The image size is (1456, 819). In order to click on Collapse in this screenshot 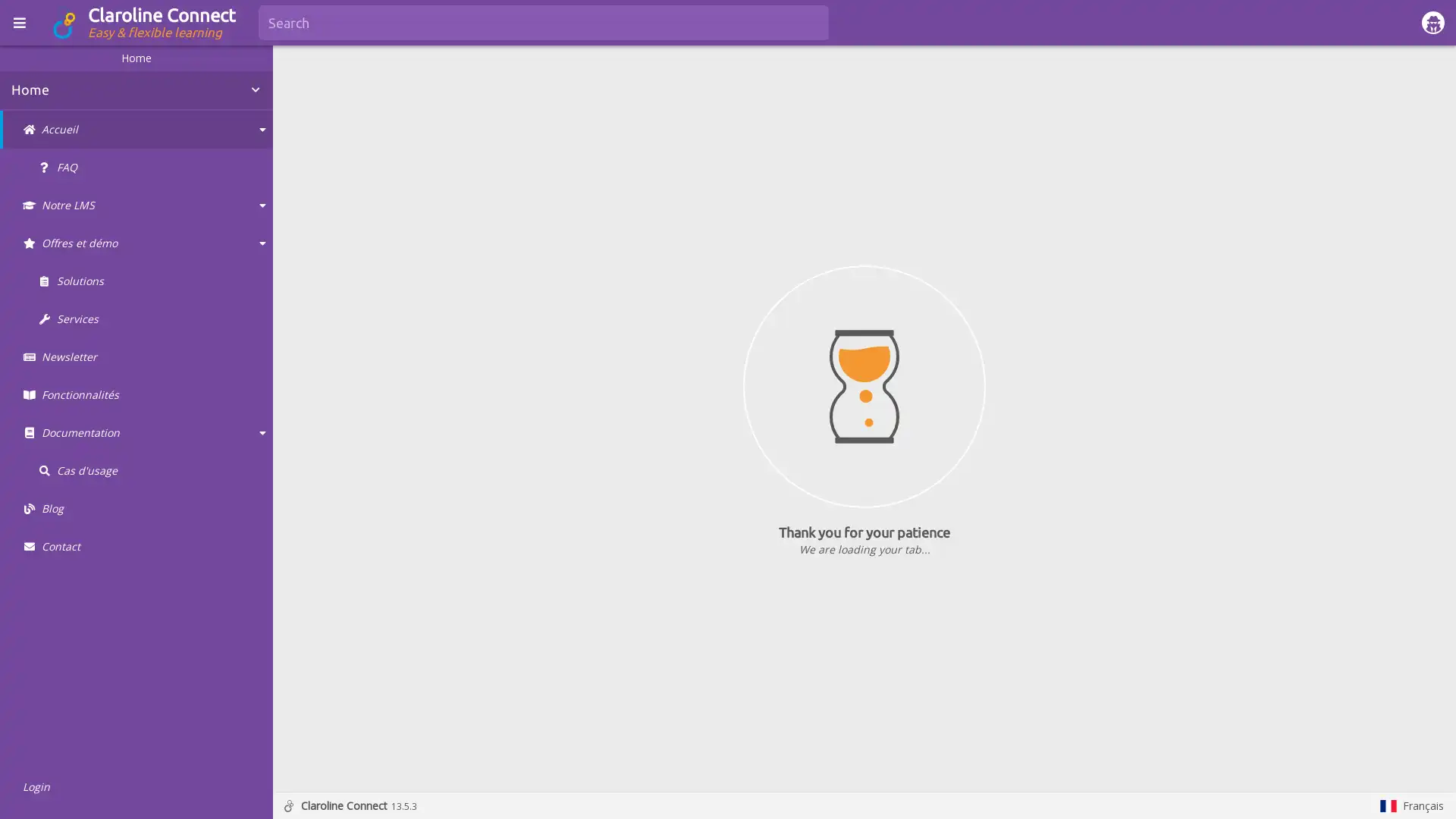, I will do `click(262, 242)`.